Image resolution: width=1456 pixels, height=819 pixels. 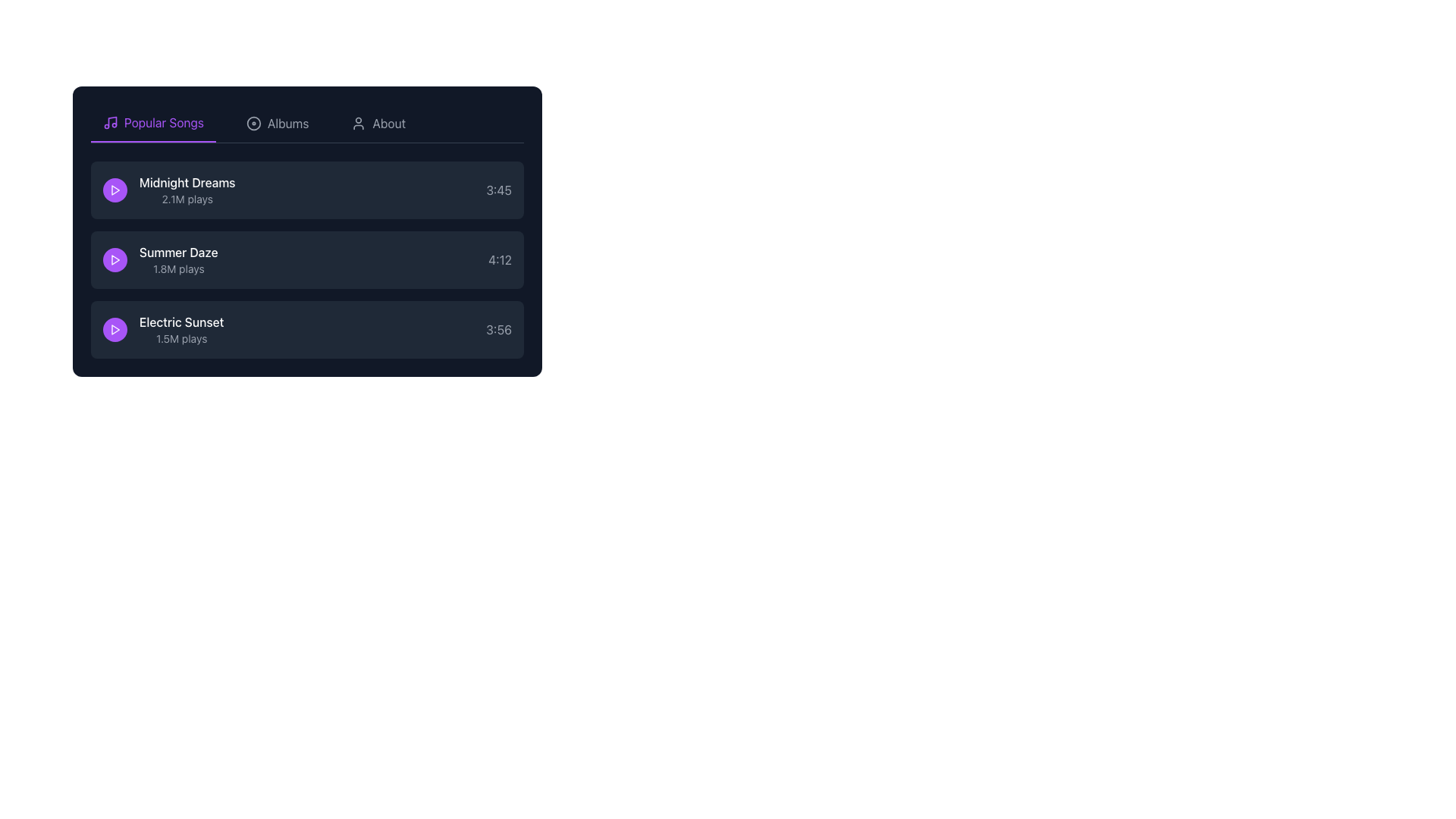 What do you see at coordinates (254, 122) in the screenshot?
I see `the larger SVG Circle element in the 'Albums' section of the top navigation bar, which is positioned between the 'Popular Songs' and 'About' sections` at bounding box center [254, 122].